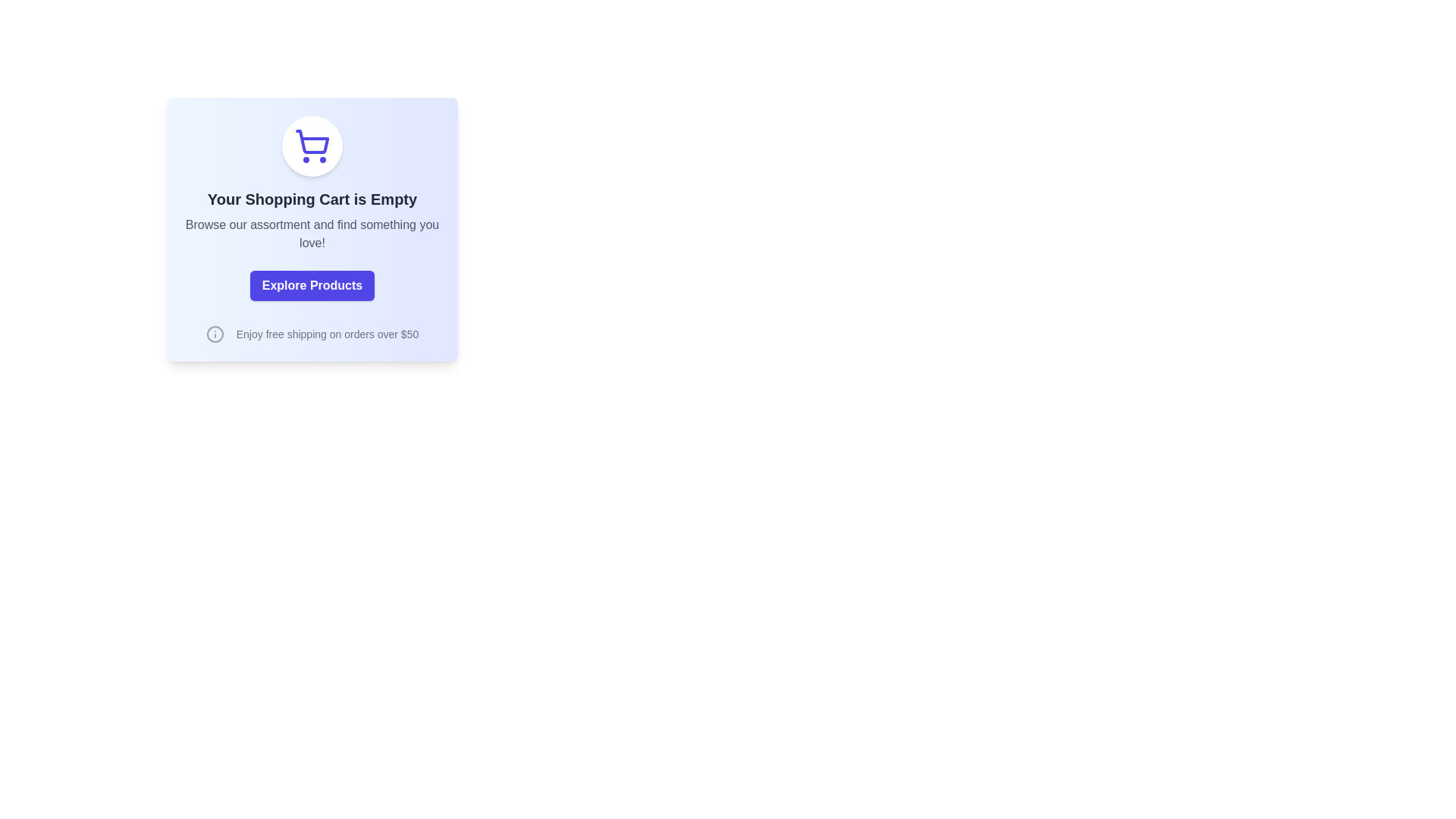 Image resolution: width=1456 pixels, height=819 pixels. What do you see at coordinates (312, 286) in the screenshot?
I see `the product catalog button located below the text 'Browse our assortment and find something you love!'` at bounding box center [312, 286].